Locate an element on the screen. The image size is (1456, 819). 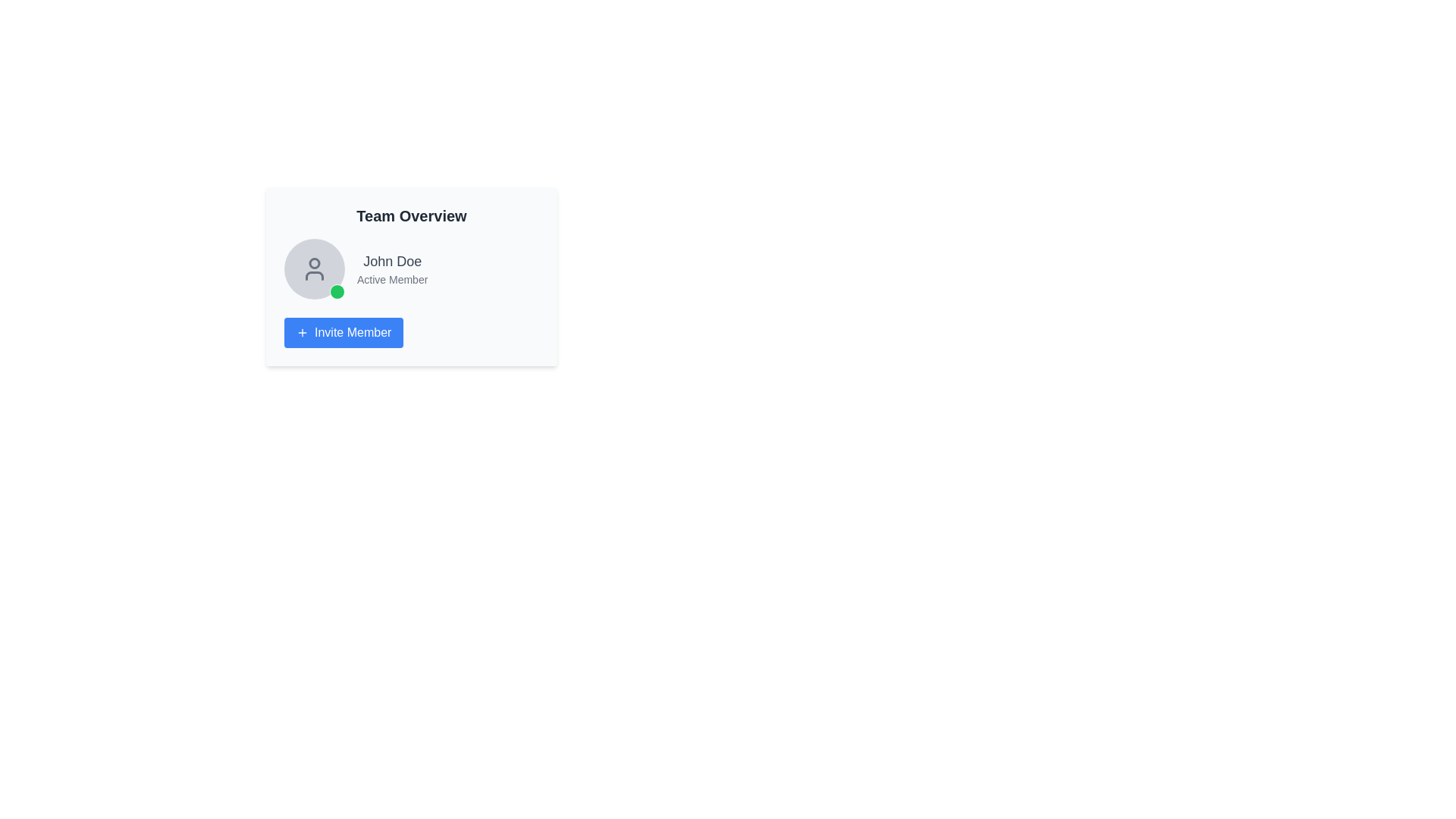
the User Avatar icon, which is a circular element with a light gray background and a dark gray user silhouette, located near the text 'John Doe' and 'Active Member' is located at coordinates (313, 268).